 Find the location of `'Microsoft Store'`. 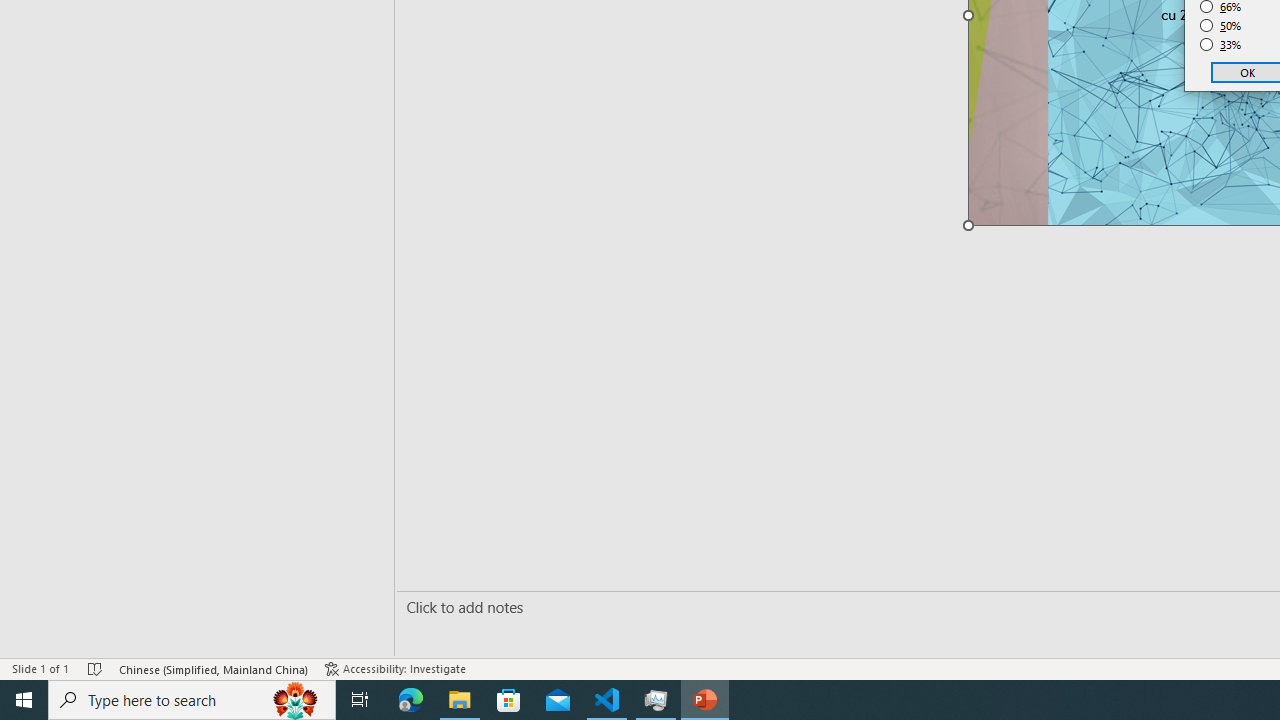

'Microsoft Store' is located at coordinates (509, 698).